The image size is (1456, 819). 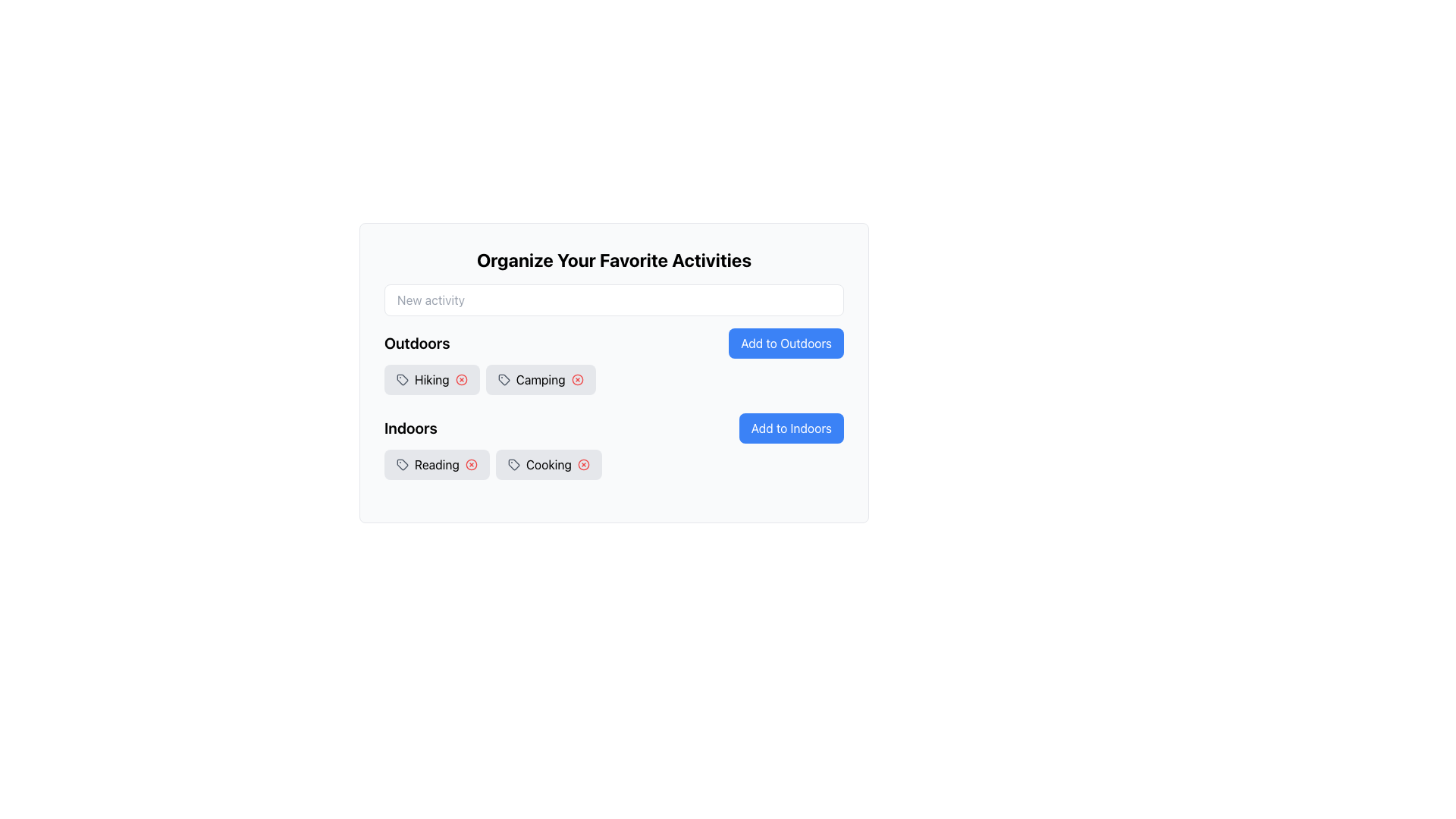 What do you see at coordinates (786, 343) in the screenshot?
I see `the button located under the 'Outdoors' section` at bounding box center [786, 343].